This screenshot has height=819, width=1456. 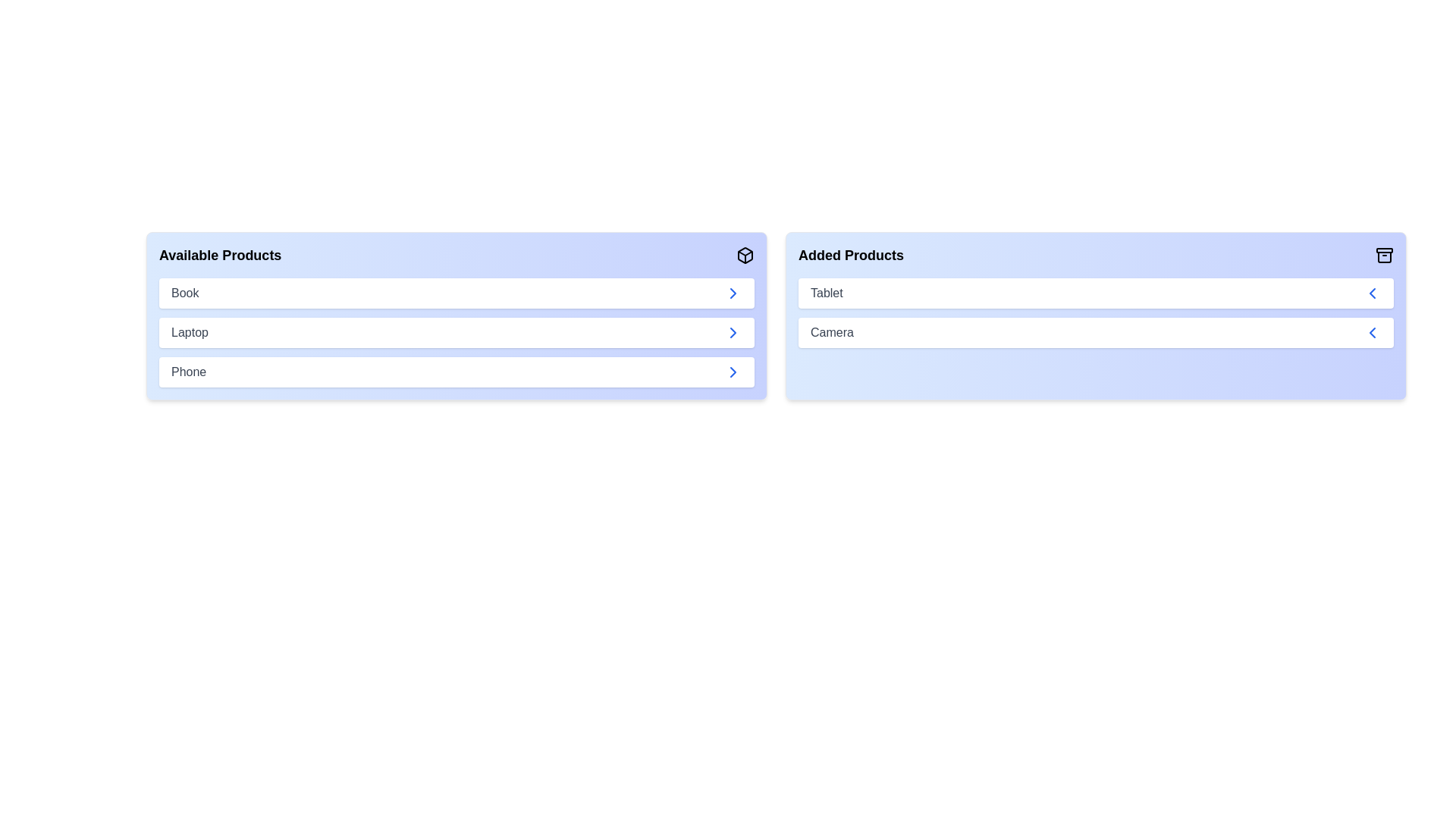 What do you see at coordinates (733, 372) in the screenshot?
I see `right arrow button next to the product 'Phone' in the 'Available Products' list to transfer it to the 'Added Products' list` at bounding box center [733, 372].